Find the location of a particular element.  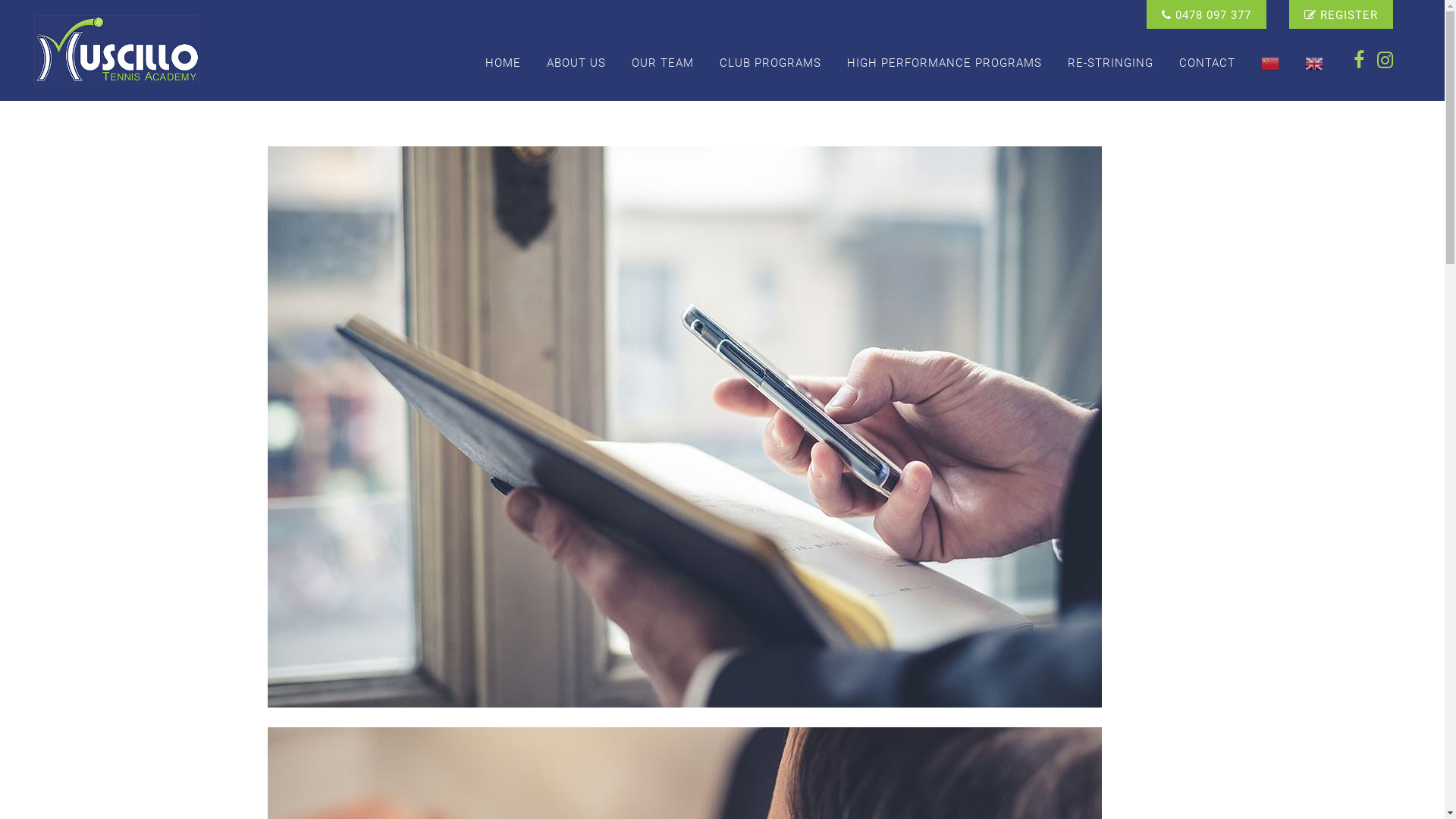

'0478 097 377' is located at coordinates (1205, 14).